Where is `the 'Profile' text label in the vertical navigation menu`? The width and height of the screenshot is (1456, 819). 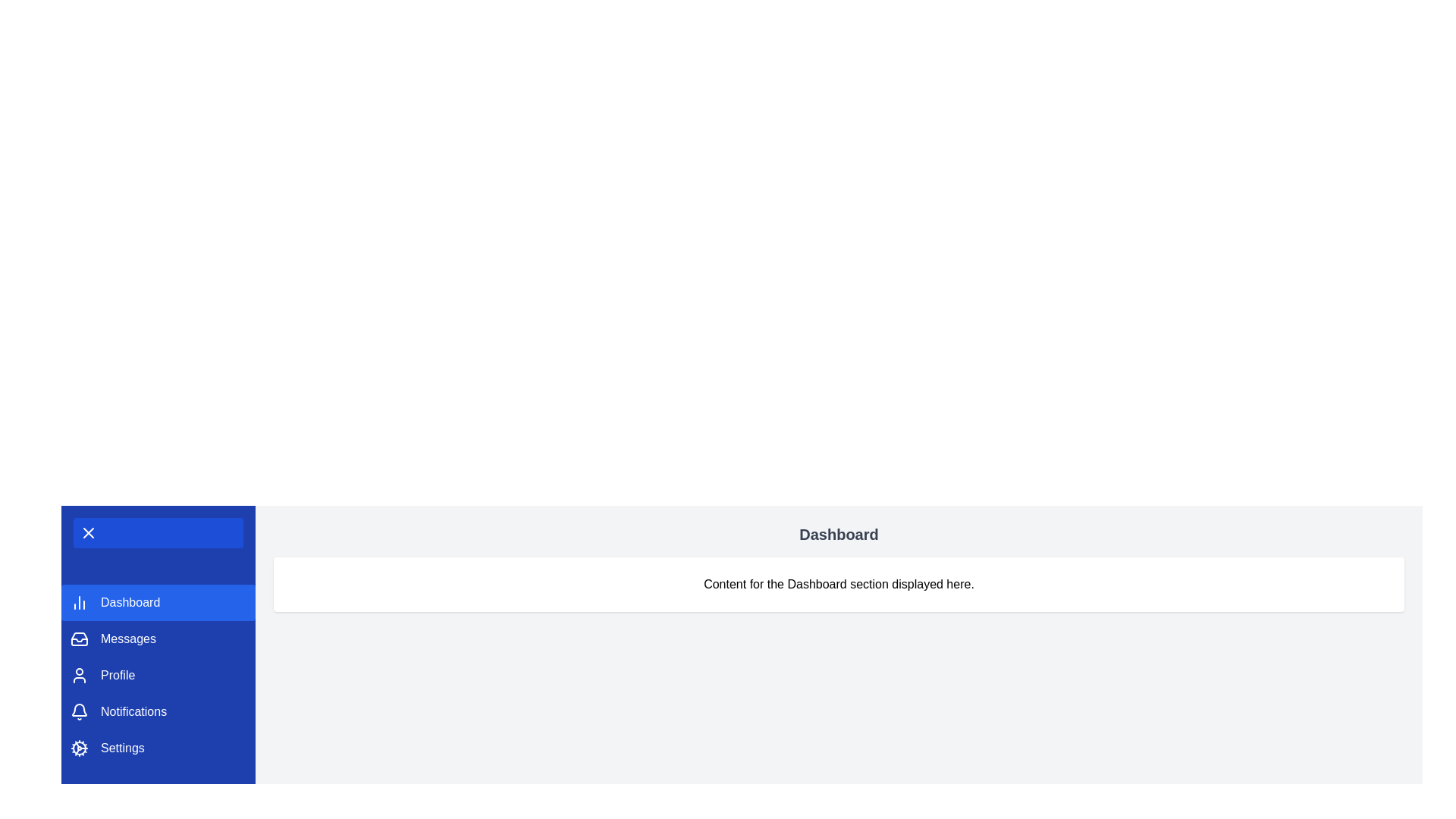 the 'Profile' text label in the vertical navigation menu is located at coordinates (117, 675).